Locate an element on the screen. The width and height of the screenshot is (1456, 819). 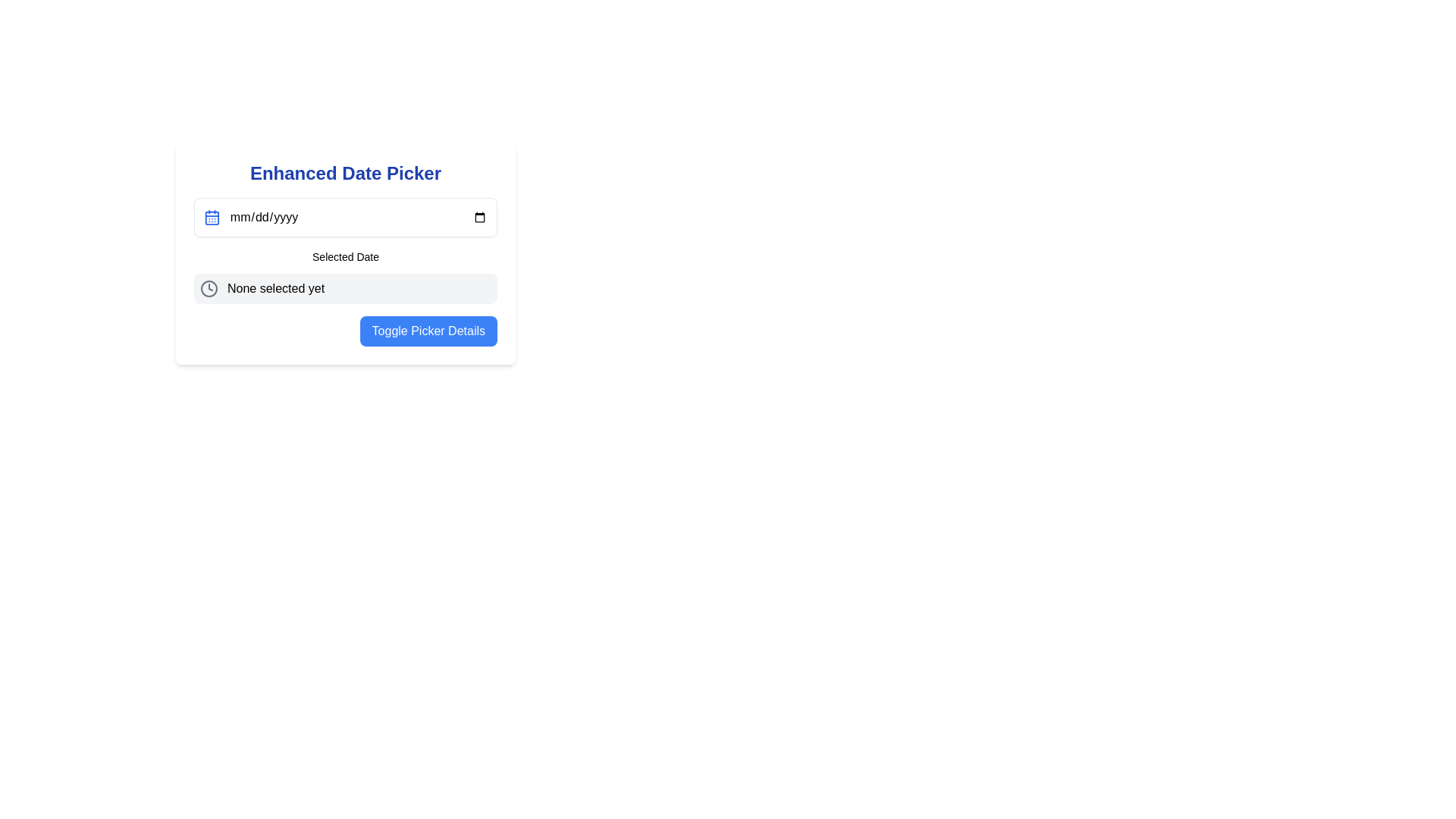
the main rectangular shape of the calendar icon, which is located just below the upper decorations and to the left of the date input field is located at coordinates (211, 218).